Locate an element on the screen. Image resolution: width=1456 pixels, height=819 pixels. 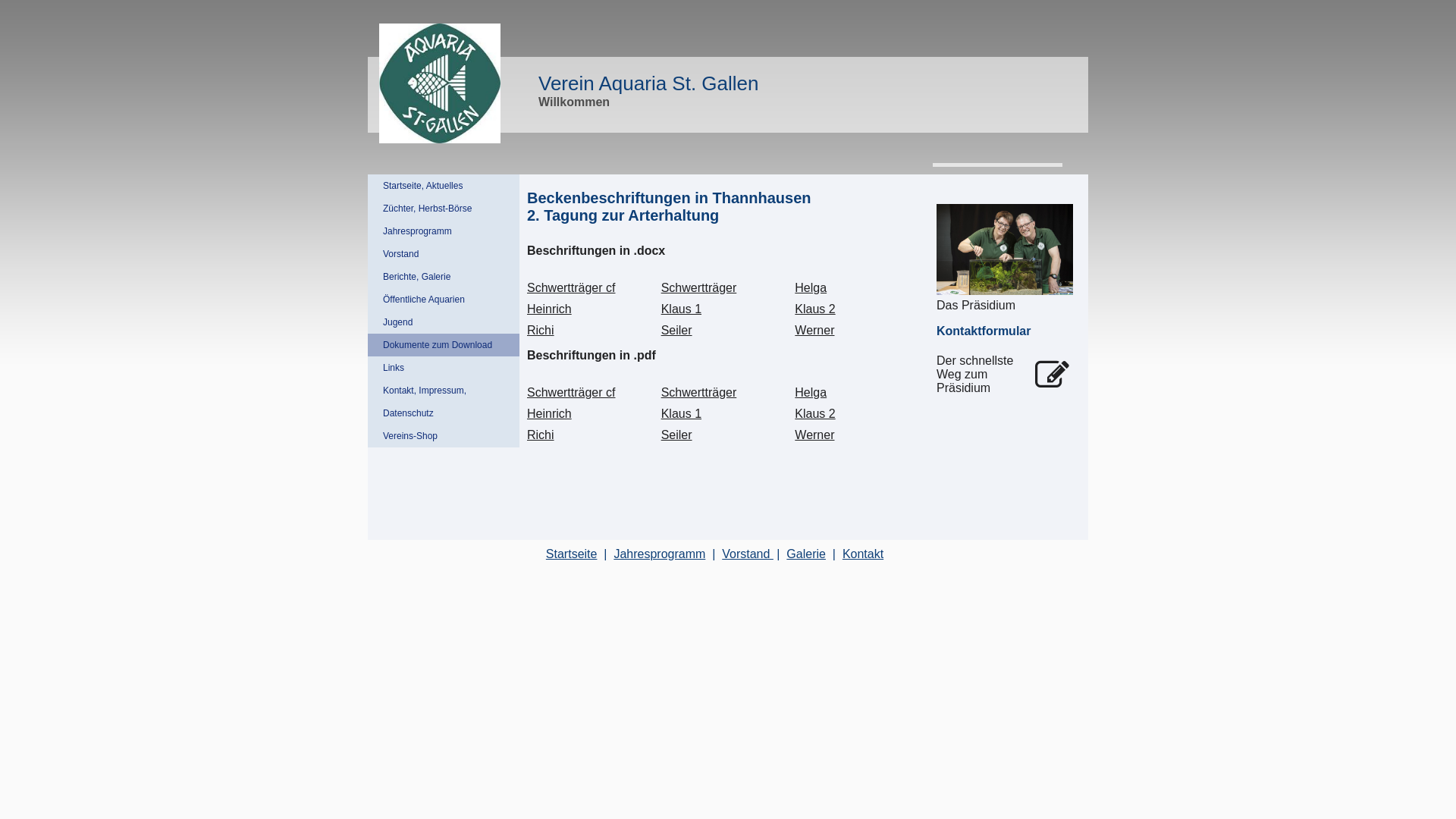
'Kontakt' is located at coordinates (862, 554).